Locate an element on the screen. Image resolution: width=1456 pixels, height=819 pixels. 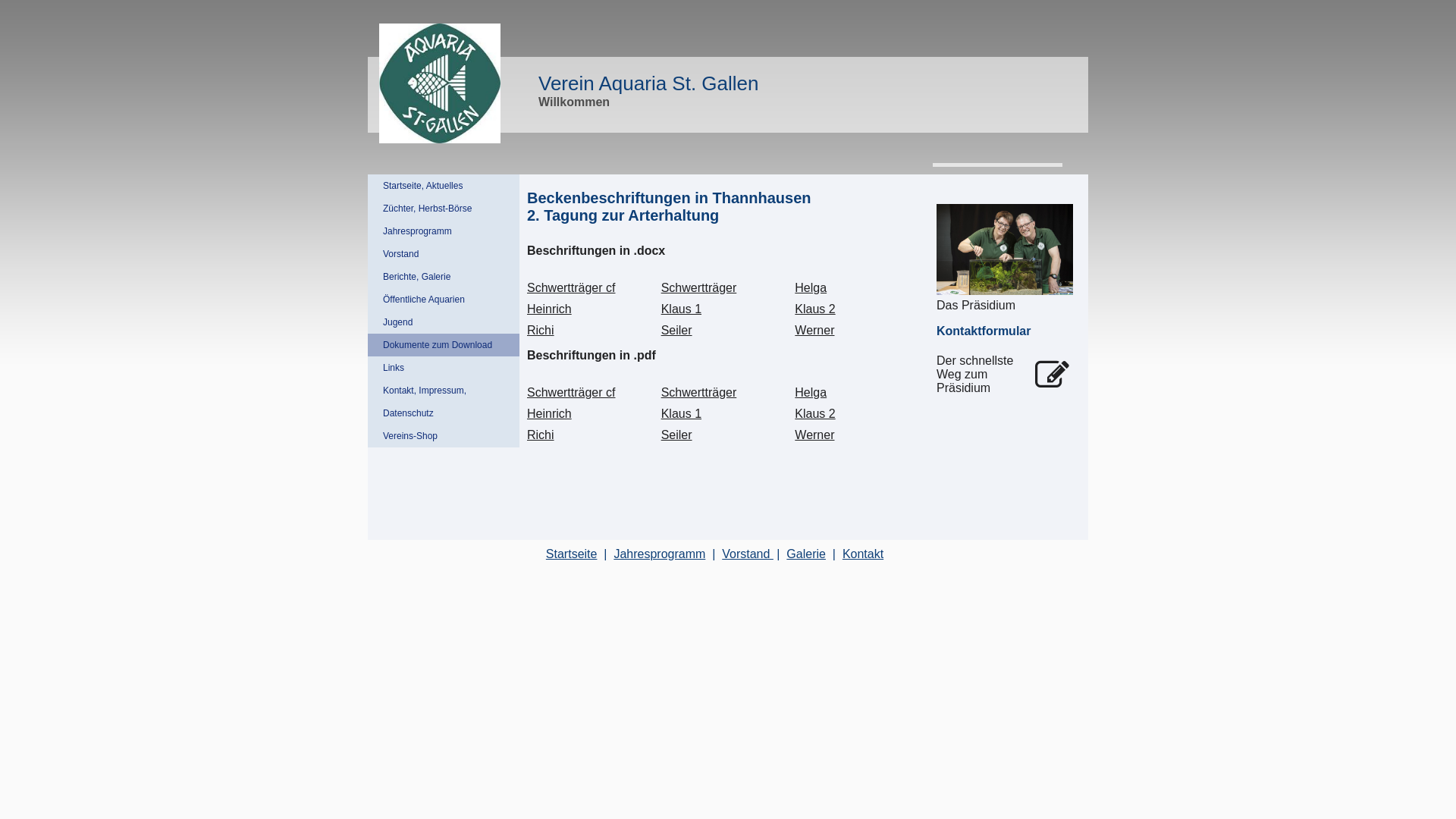
'Kontakt' is located at coordinates (862, 554).